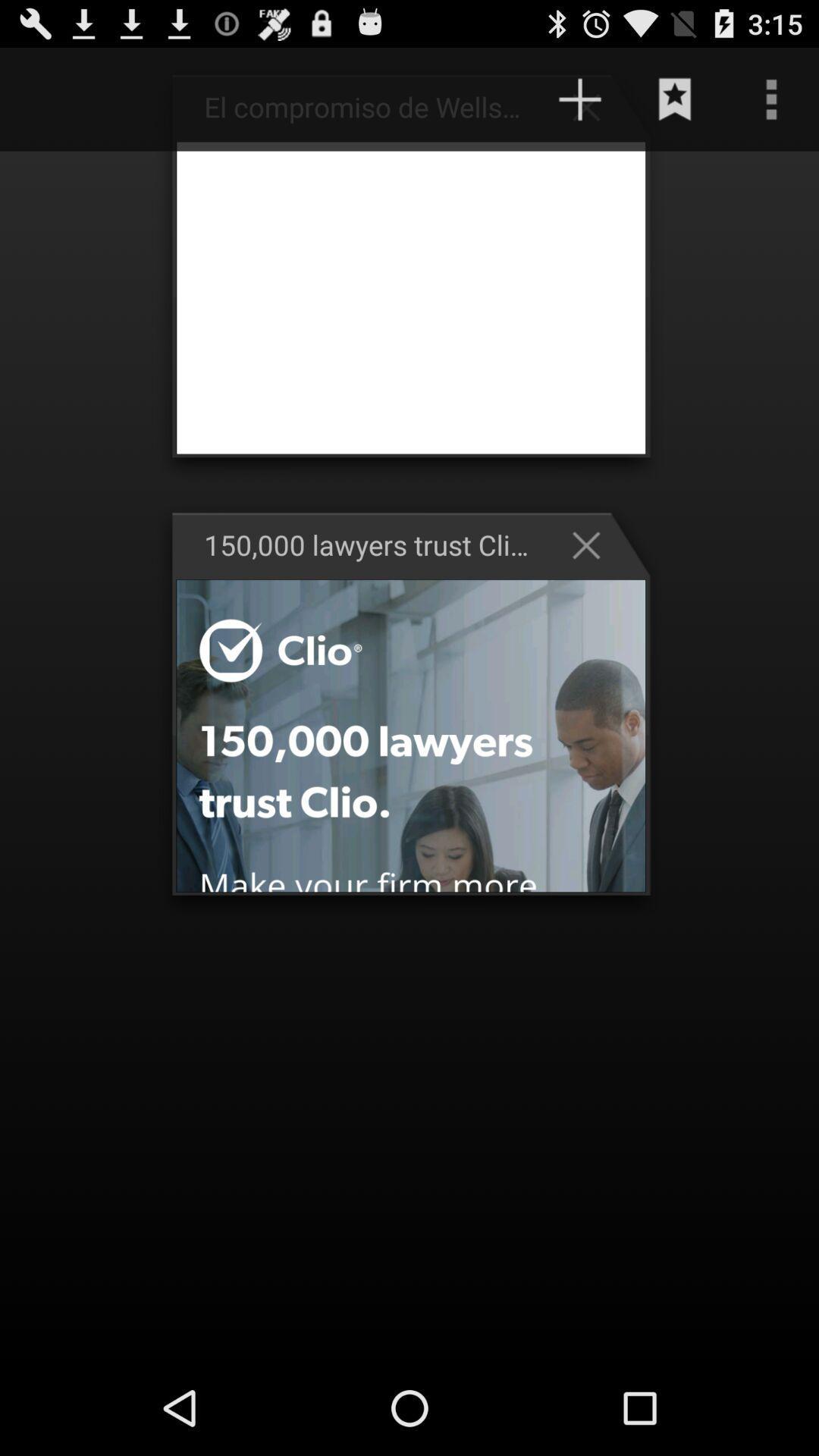  I want to click on symbol beside bookmark icon on the top of web page, so click(593, 105).